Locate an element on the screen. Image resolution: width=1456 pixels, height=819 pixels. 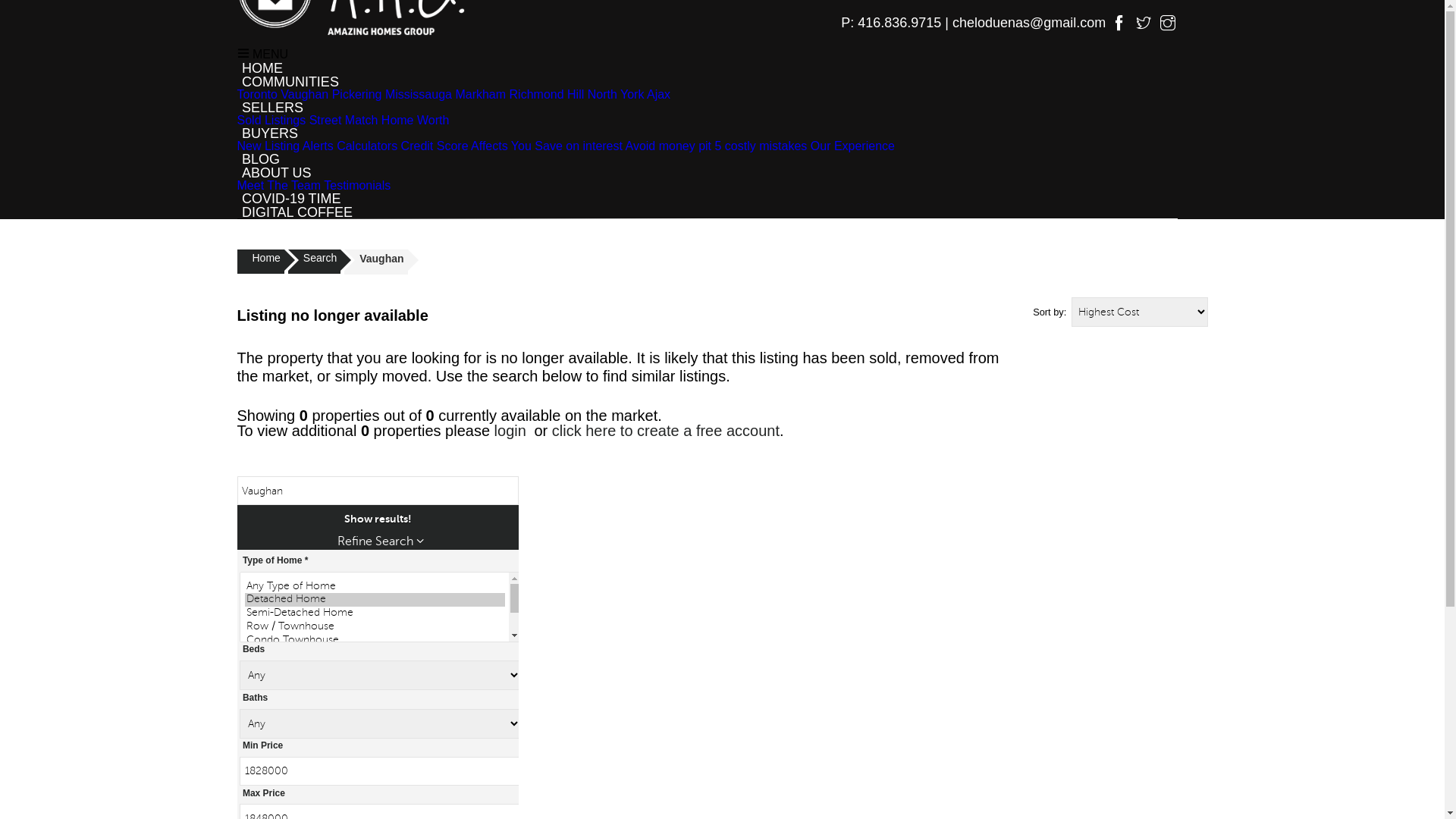
'Street Match' is located at coordinates (309, 119).